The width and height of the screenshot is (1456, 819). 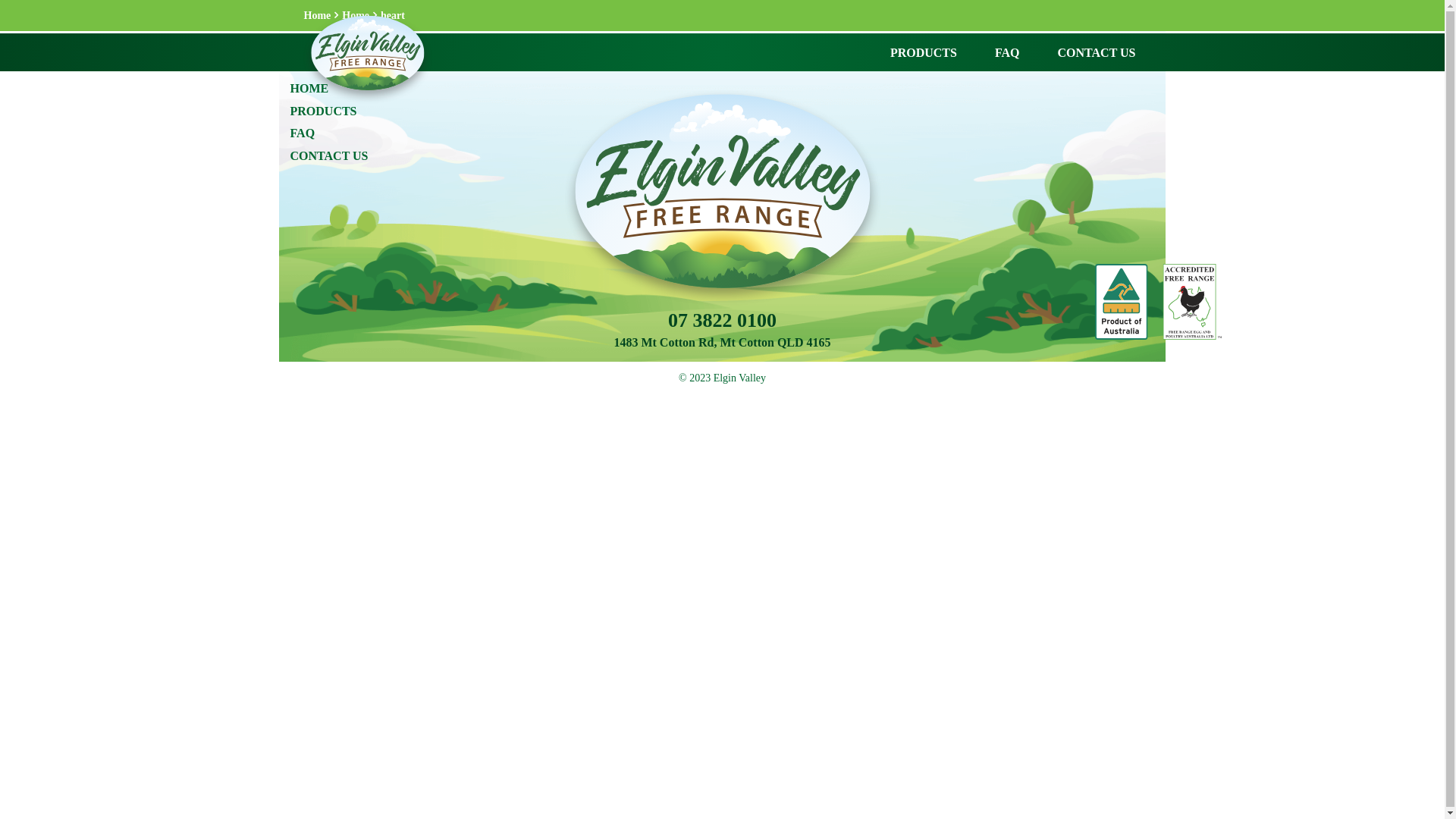 I want to click on '07 3822 0100', so click(x=721, y=319).